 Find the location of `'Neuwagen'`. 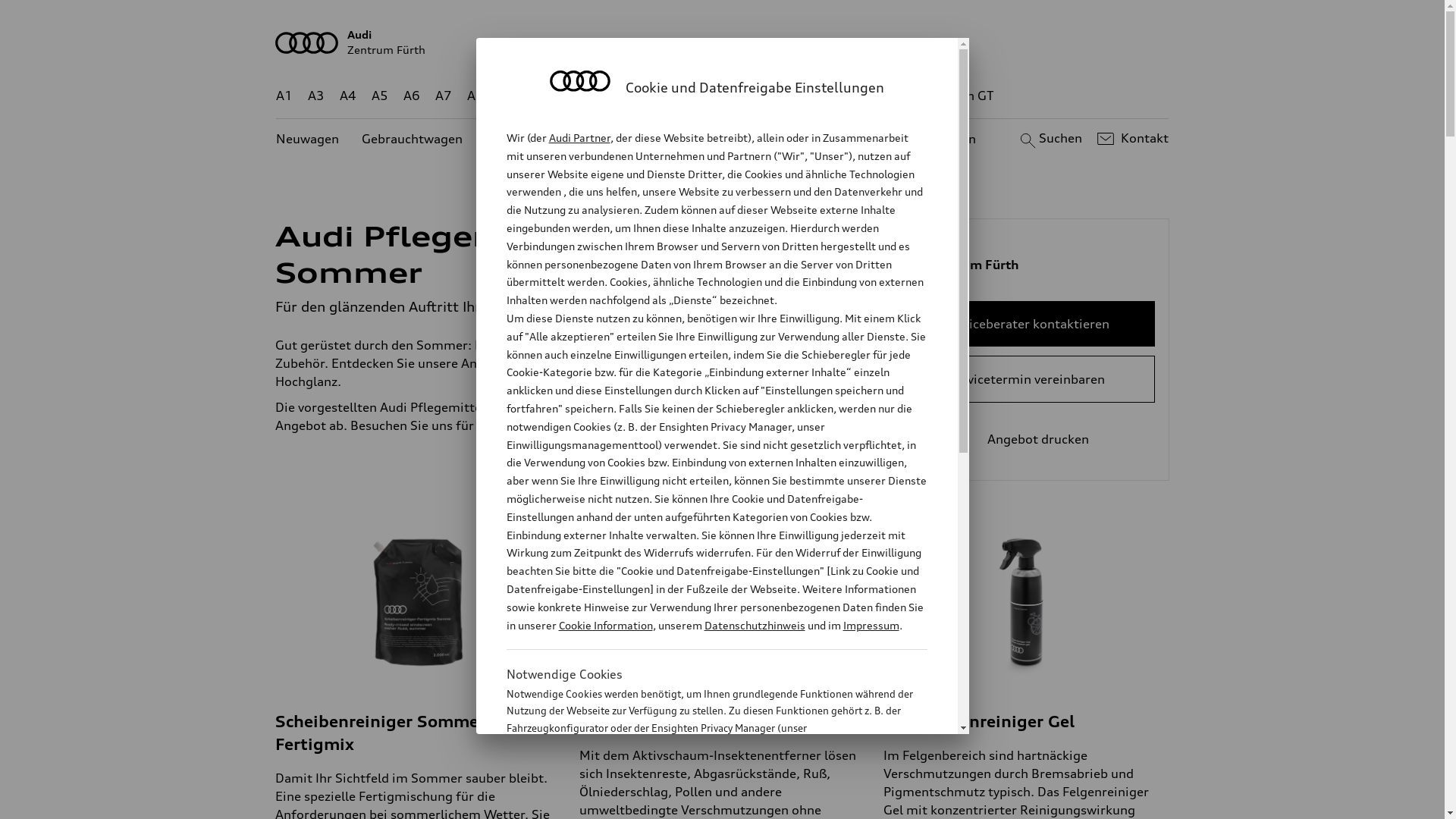

'Neuwagen' is located at coordinates (306, 139).